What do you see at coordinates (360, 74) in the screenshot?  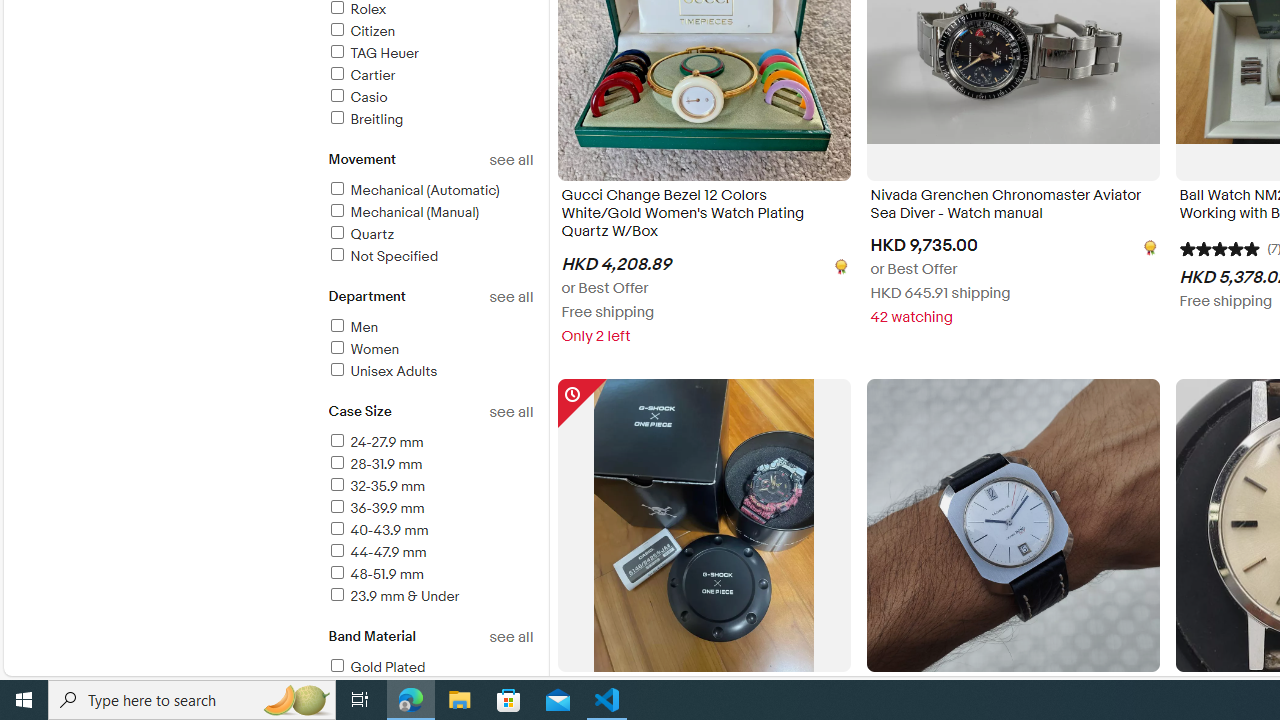 I see `'Cartier'` at bounding box center [360, 74].